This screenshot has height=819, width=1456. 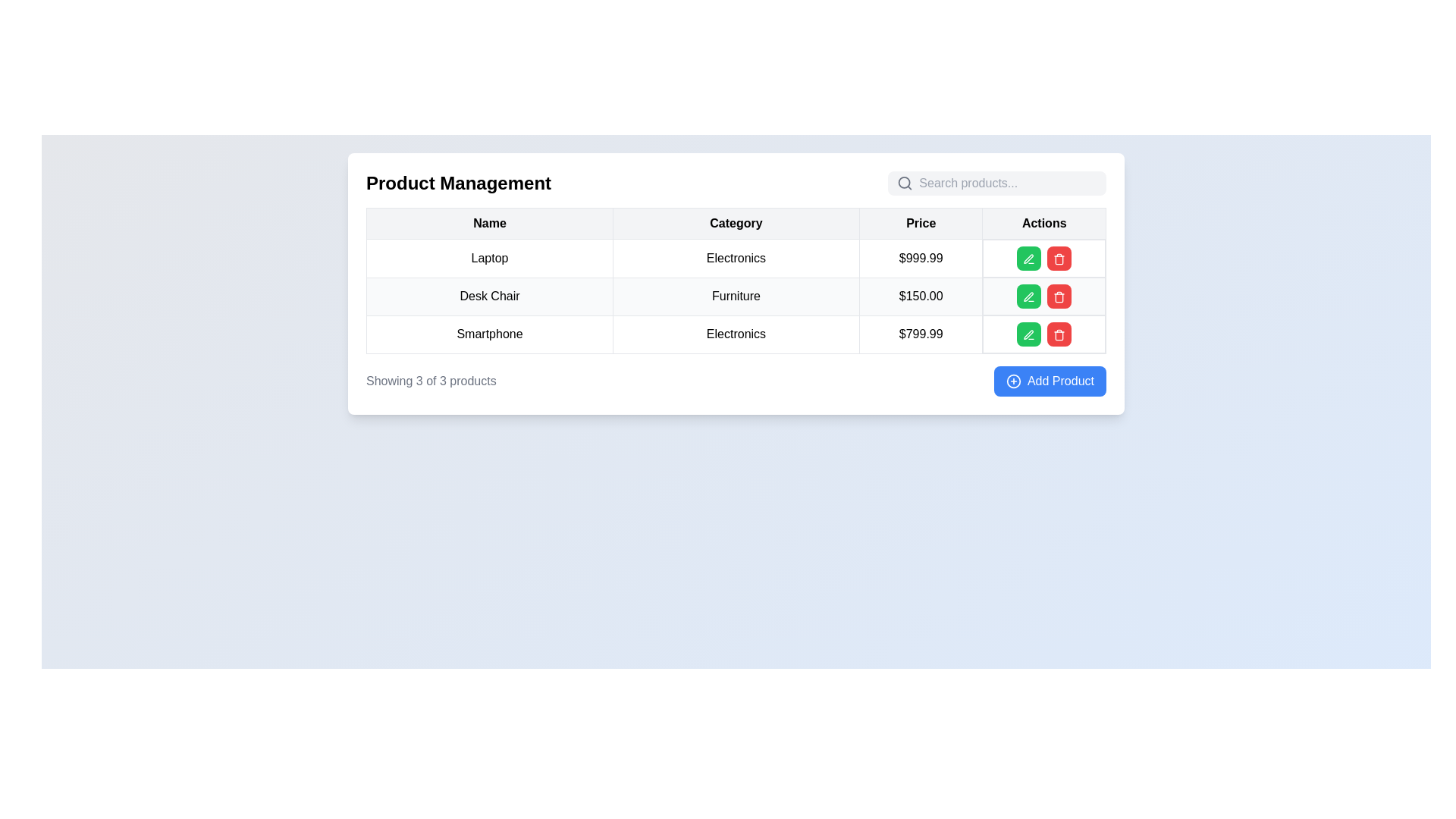 I want to click on the Table Header Row, so click(x=736, y=223).